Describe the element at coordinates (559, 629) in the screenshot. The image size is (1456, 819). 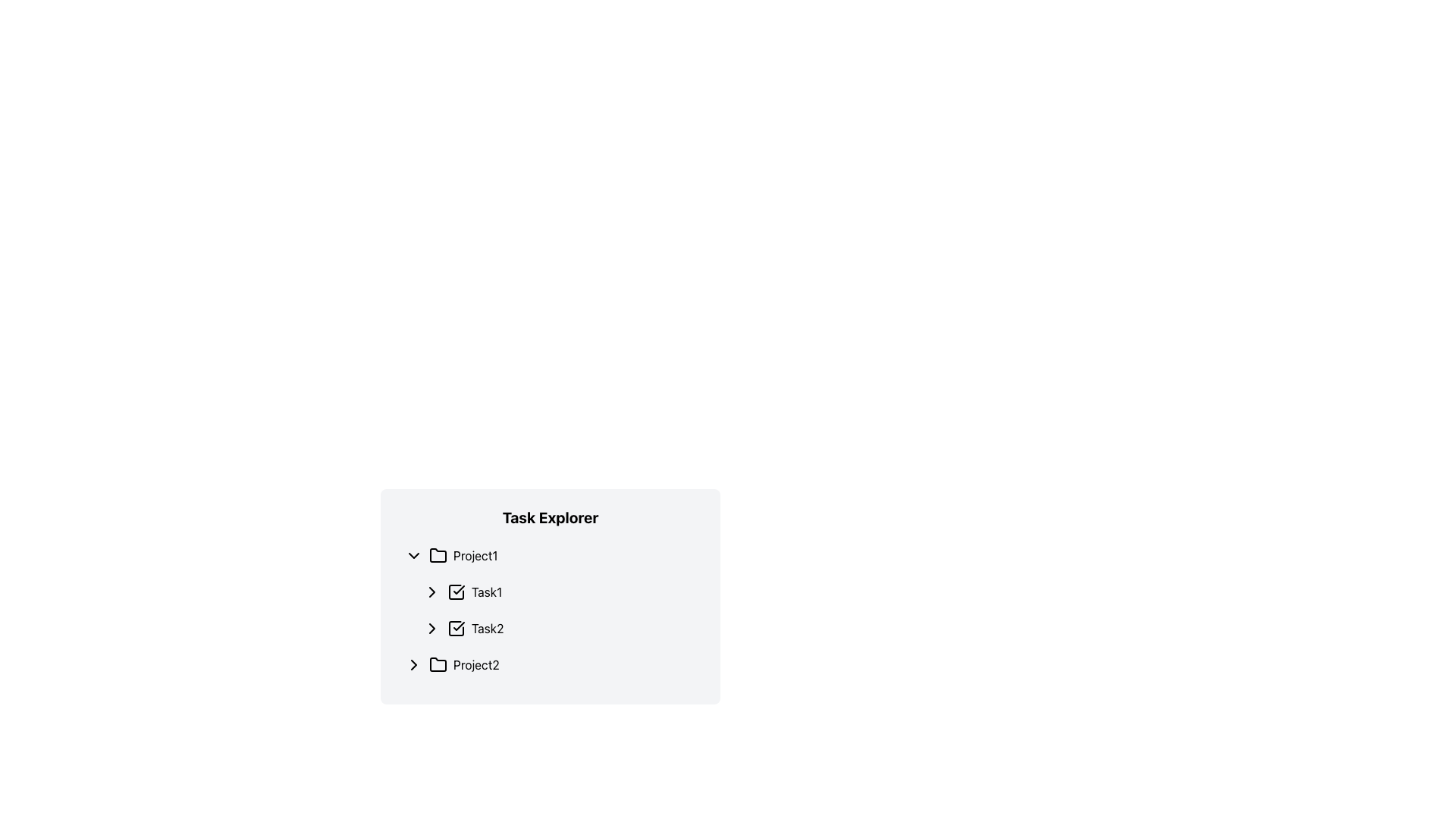
I see `the second row of the task explorer interface labeled 'Task2'` at that location.